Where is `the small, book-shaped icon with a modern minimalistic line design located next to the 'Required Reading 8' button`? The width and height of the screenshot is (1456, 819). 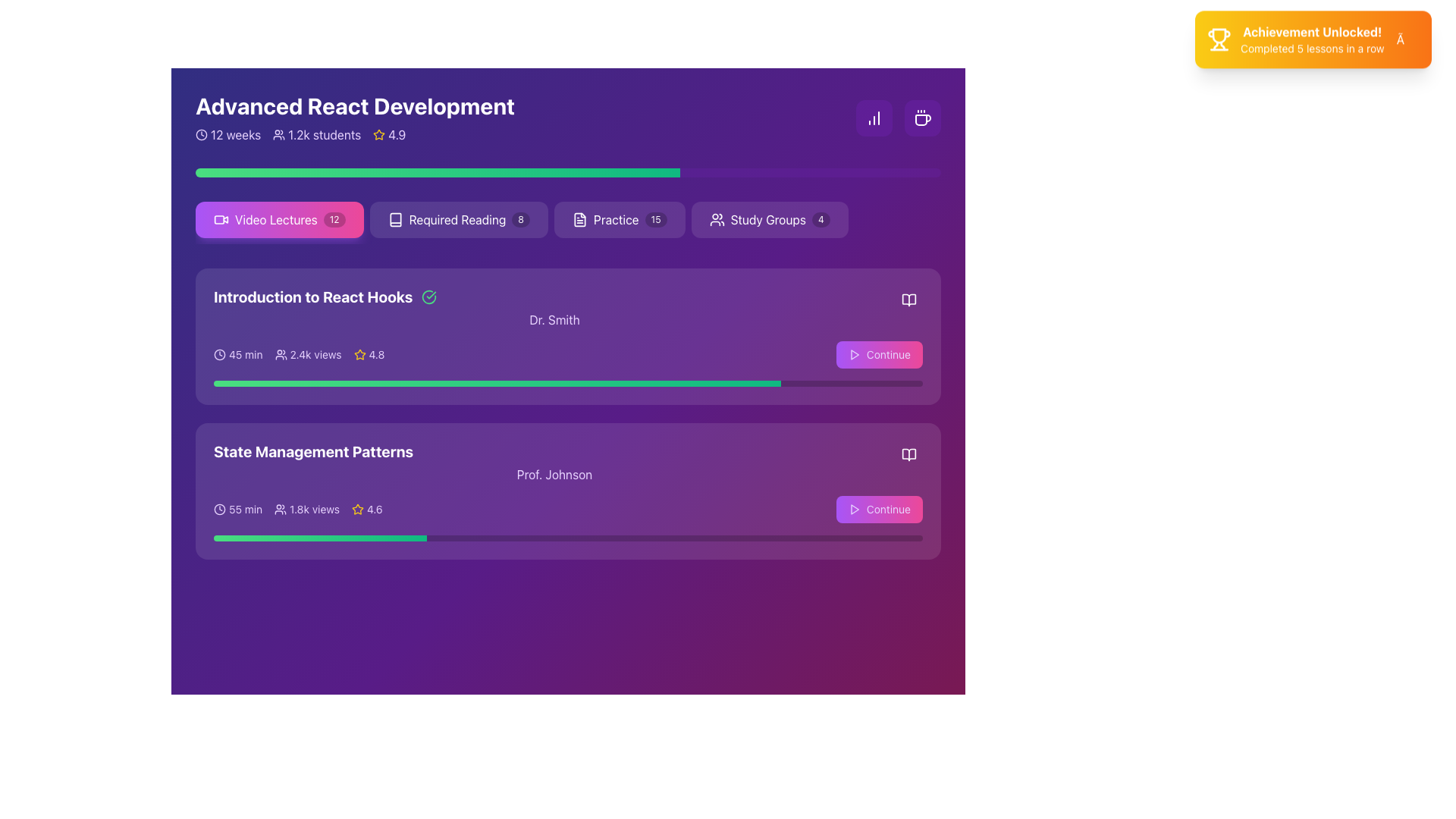 the small, book-shaped icon with a modern minimalistic line design located next to the 'Required Reading 8' button is located at coordinates (395, 219).